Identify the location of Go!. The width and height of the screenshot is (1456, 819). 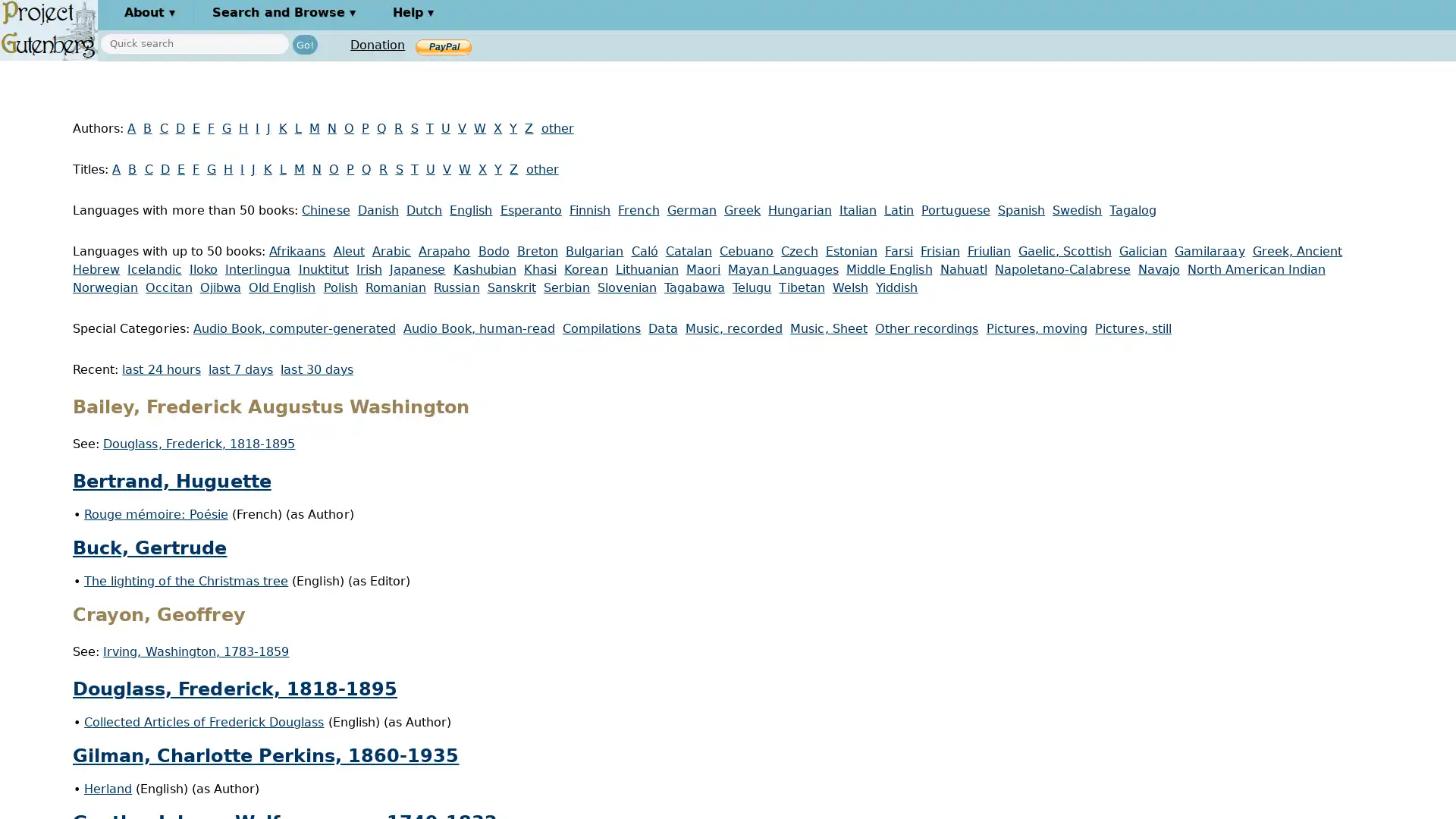
(304, 43).